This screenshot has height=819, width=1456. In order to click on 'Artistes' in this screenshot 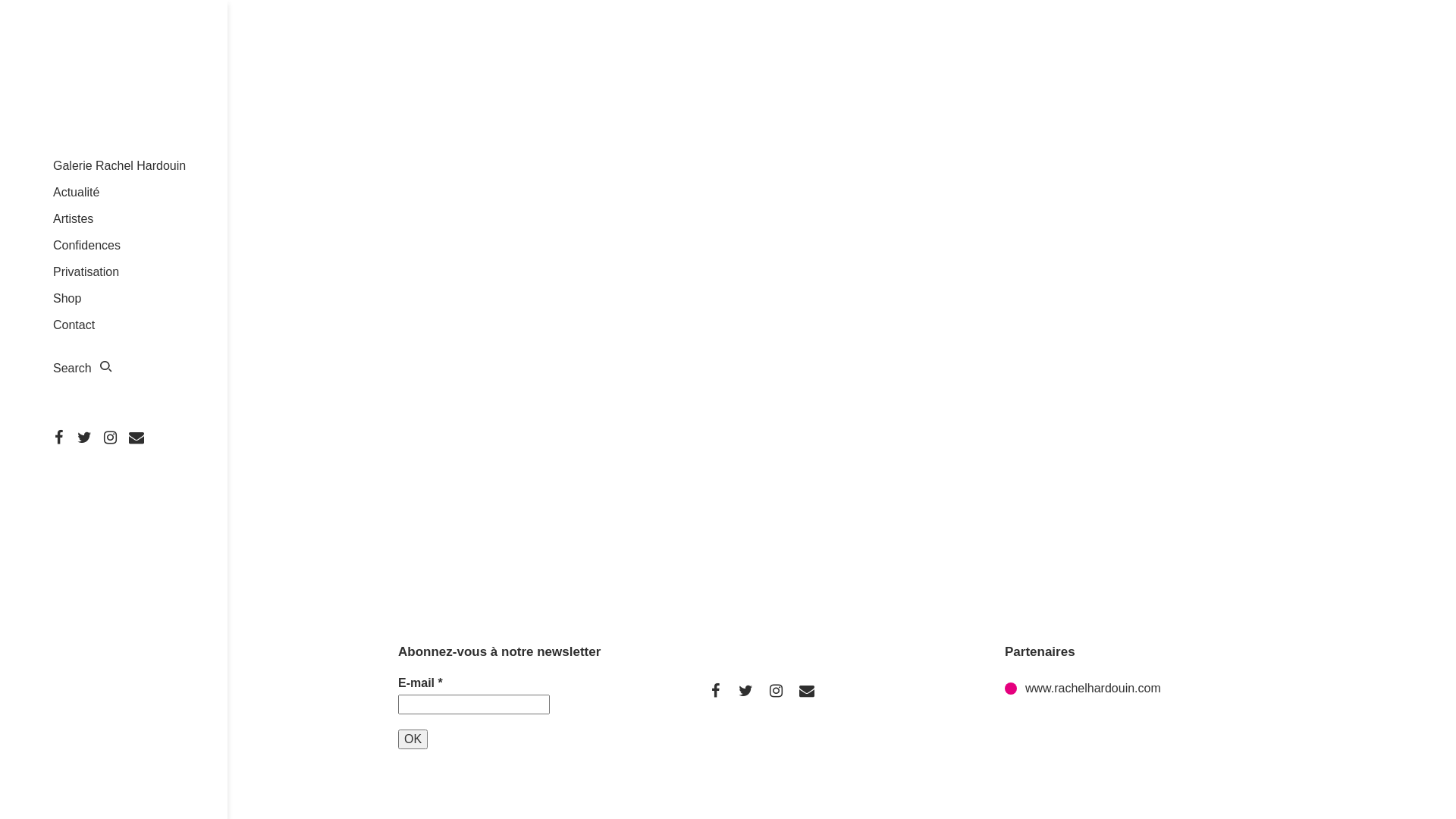, I will do `click(53, 218)`.